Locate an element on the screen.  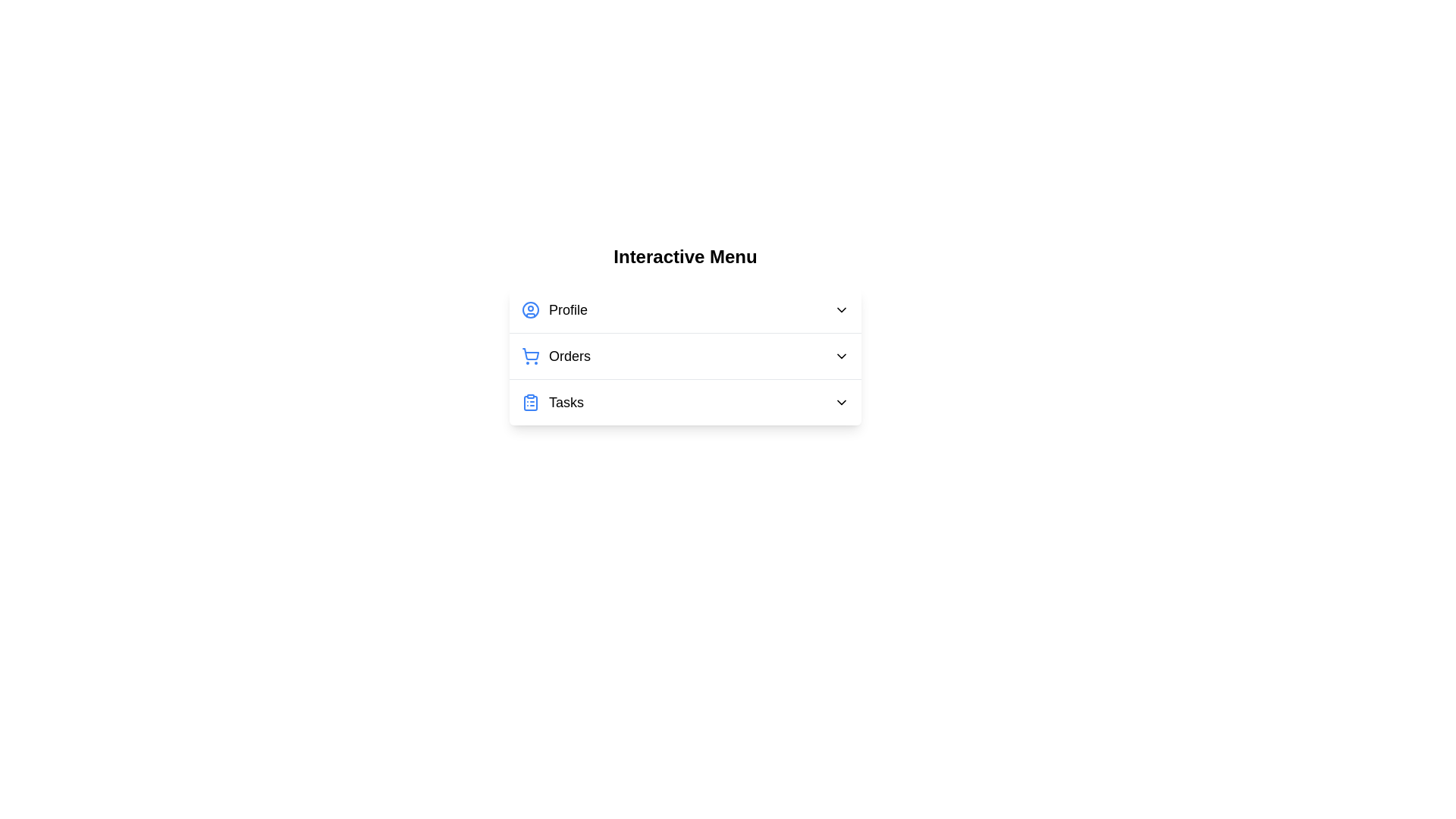
the outer circle of the user icon, which visually represents a user profile, located to the left of the 'Profile' menu item is located at coordinates (531, 309).